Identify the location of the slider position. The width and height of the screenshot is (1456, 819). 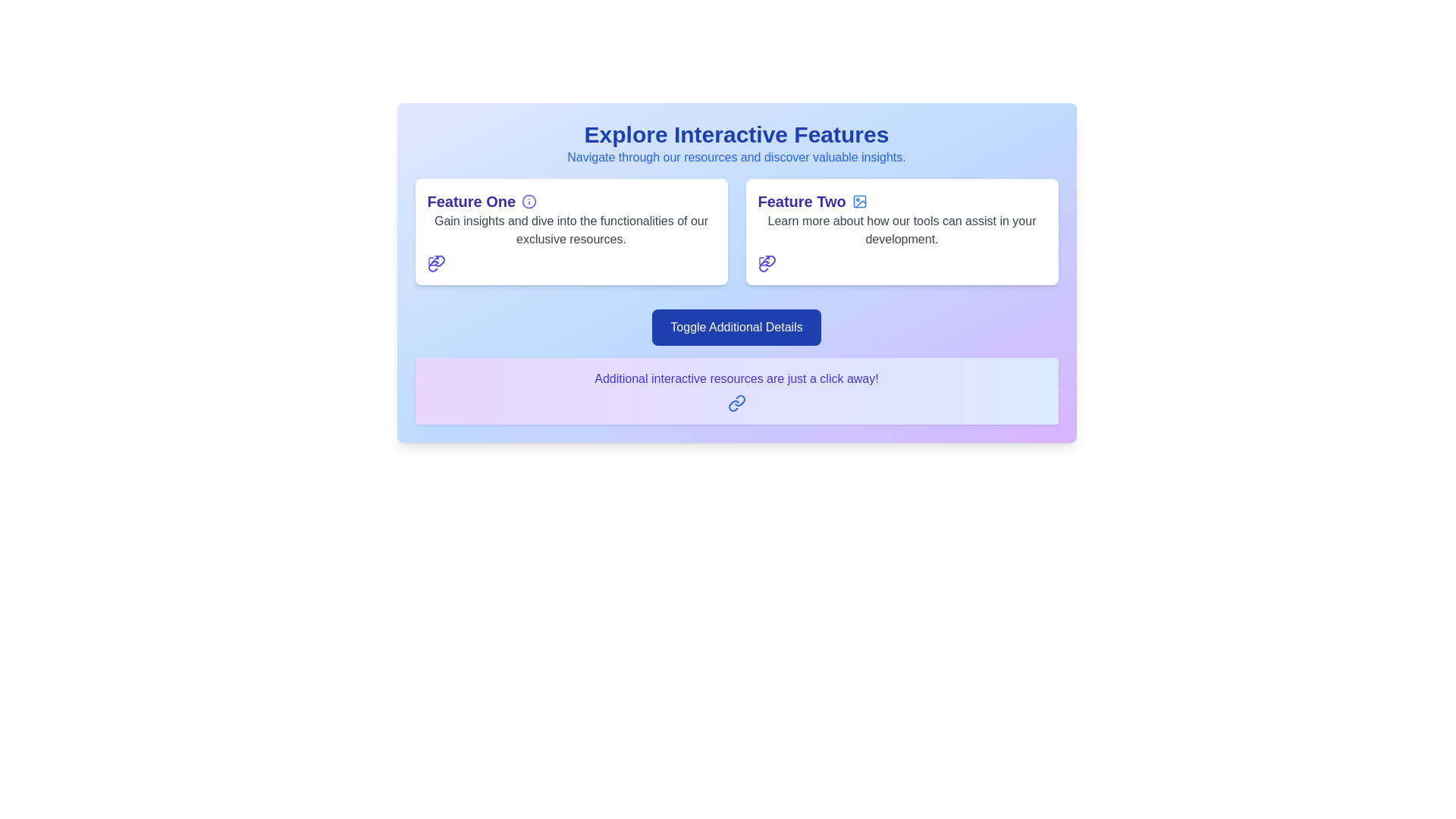
(440, 309).